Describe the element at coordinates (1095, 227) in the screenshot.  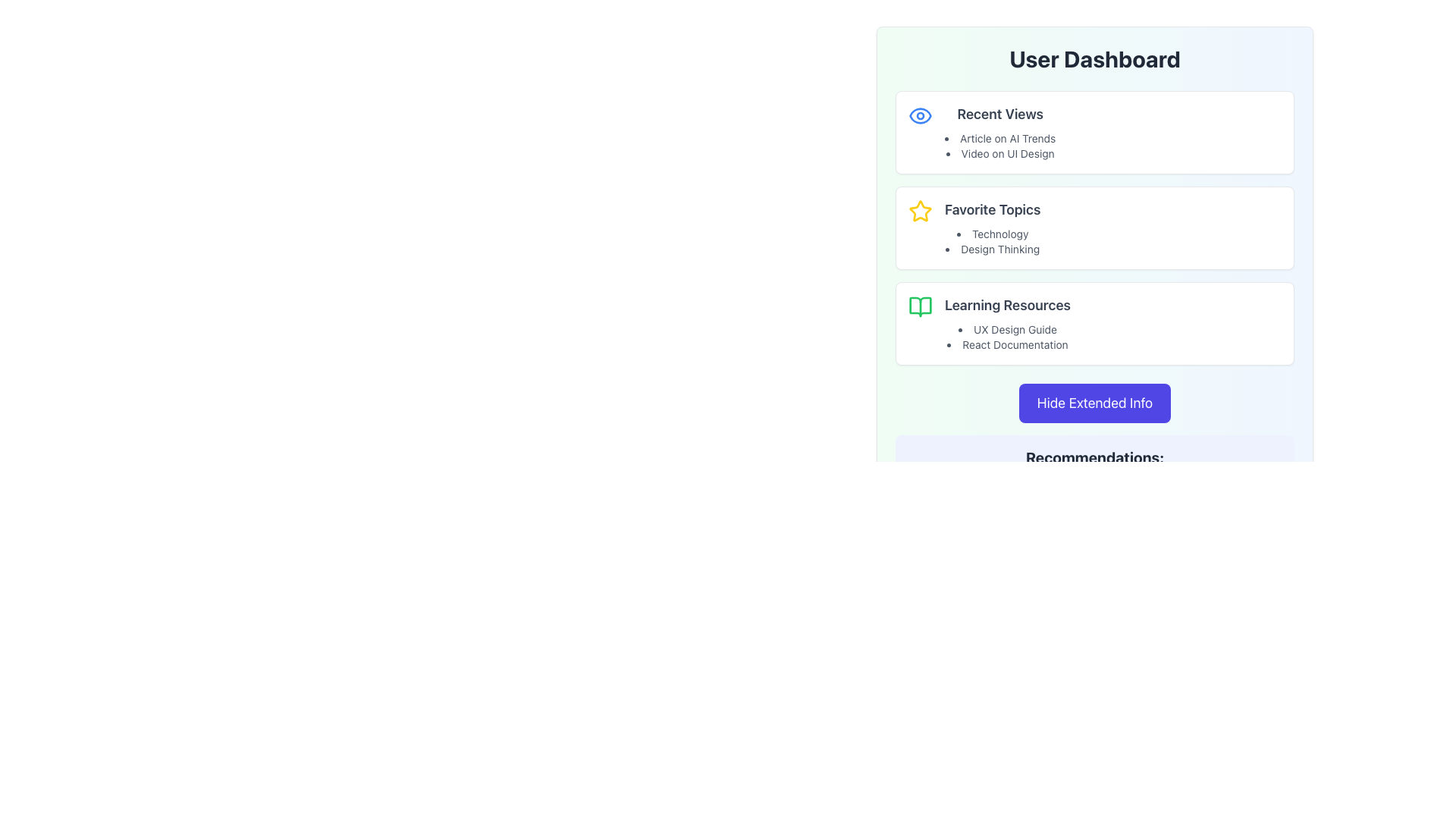
I see `the Information Card displaying highlighted topics of interest categorized under 'Favorite Topics', which is the second card in the vertical list on the User Dashboard` at that location.